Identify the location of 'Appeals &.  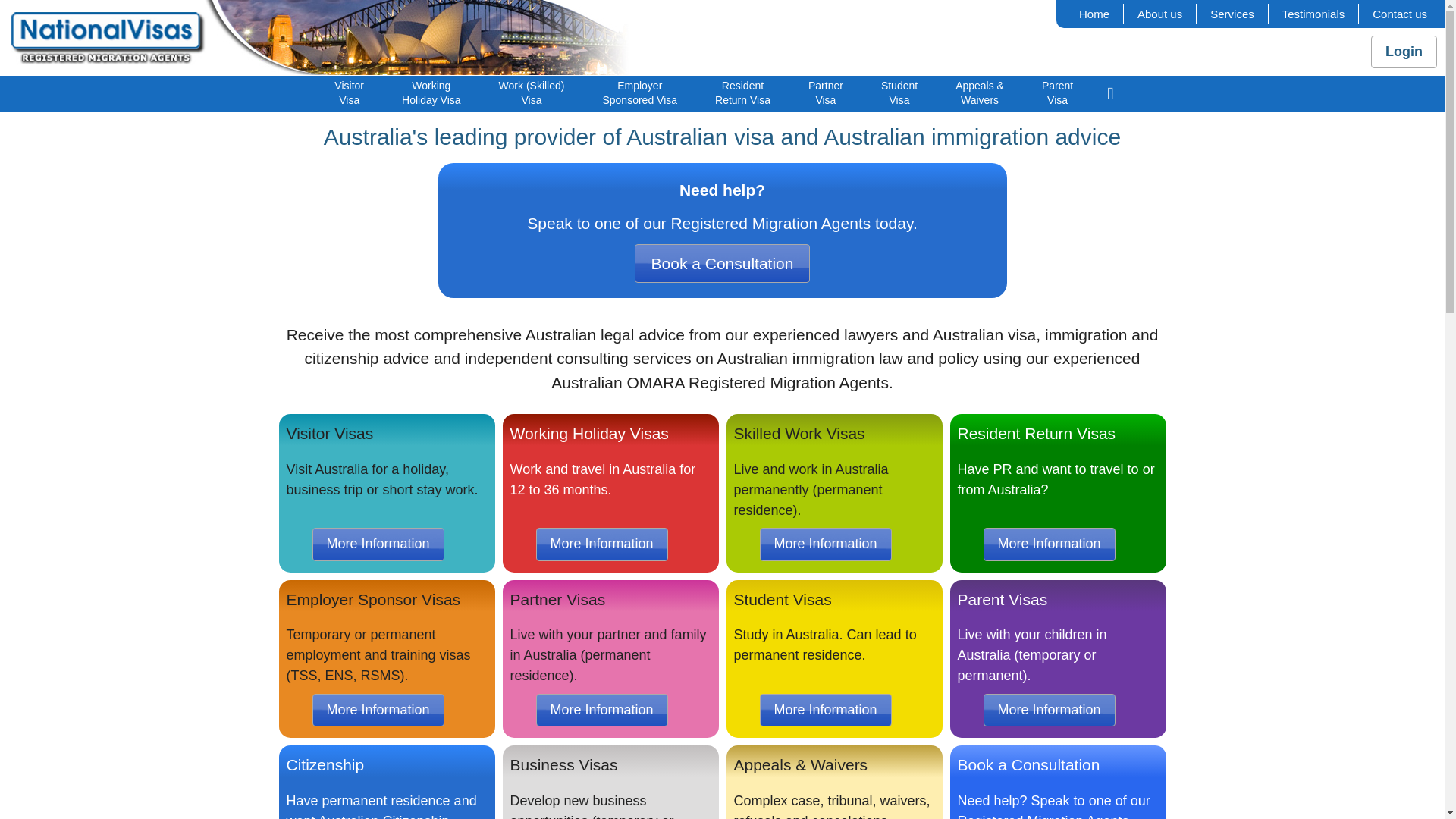
(979, 93).